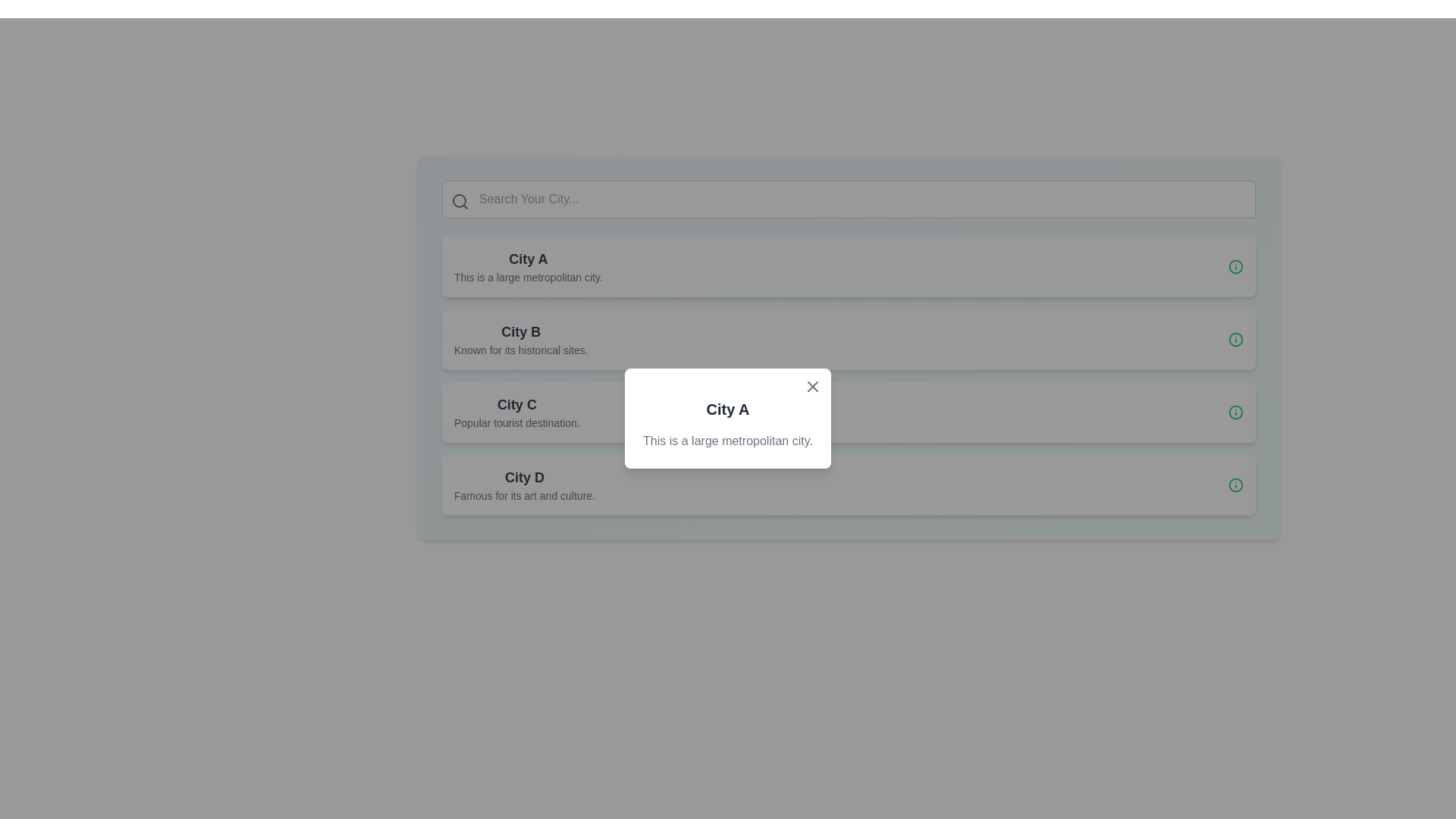 Image resolution: width=1456 pixels, height=819 pixels. Describe the element at coordinates (528, 259) in the screenshot. I see `the static text label displaying 'City A', which serves as the title or identifier for additional information` at that location.